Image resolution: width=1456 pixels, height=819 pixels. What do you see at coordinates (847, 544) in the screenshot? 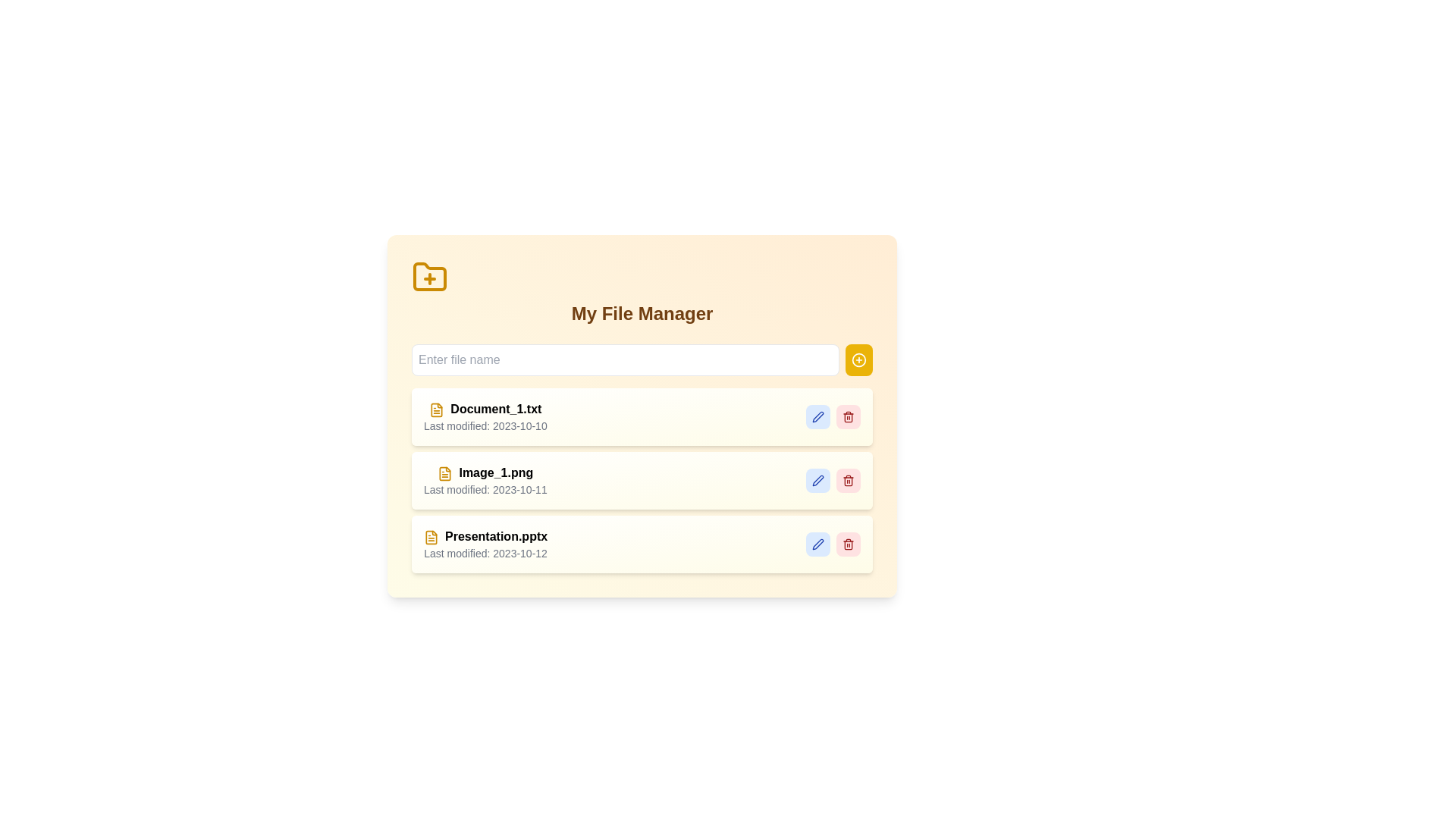
I see `the main body of the trash bin icon, which visually represents a deletion action related to a file entry` at bounding box center [847, 544].